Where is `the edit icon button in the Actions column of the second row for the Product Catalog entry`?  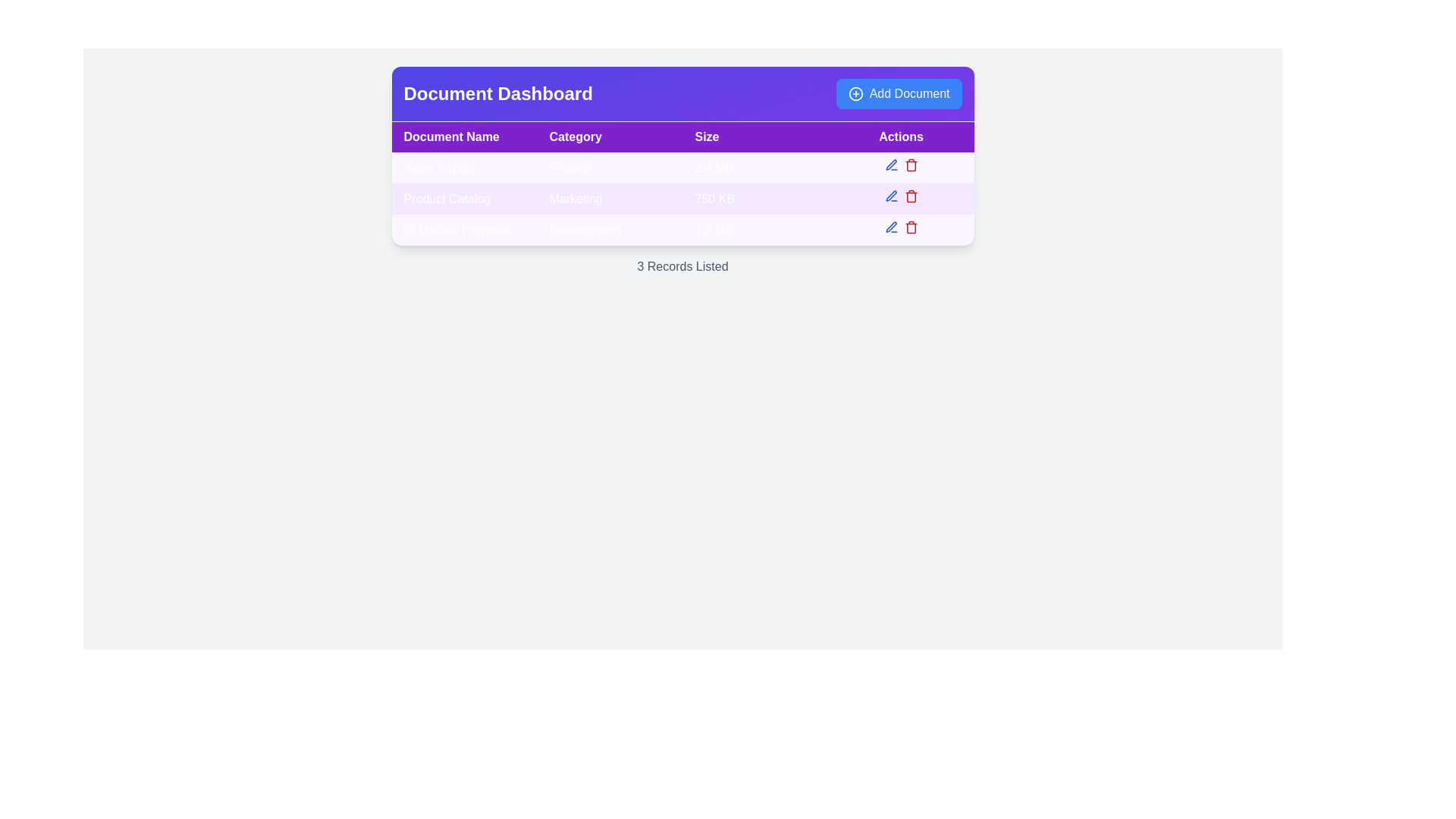 the edit icon button in the Actions column of the second row for the Product Catalog entry is located at coordinates (891, 165).